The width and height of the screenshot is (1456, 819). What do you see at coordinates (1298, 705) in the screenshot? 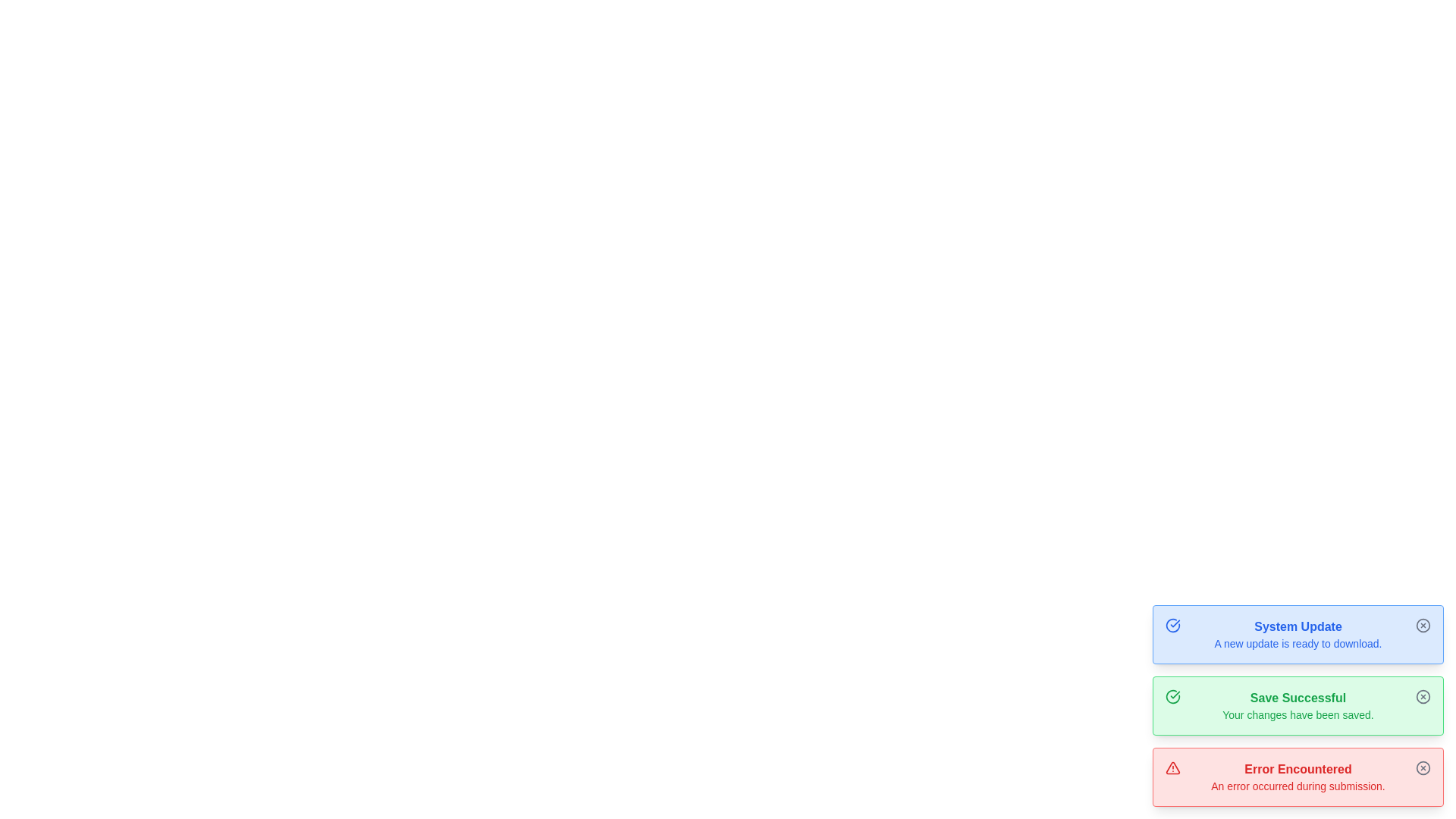
I see `the confirmation message notification indicating that changes have been saved successfully, located between the 'System Update' and 'Error Encountered' notifications` at bounding box center [1298, 705].